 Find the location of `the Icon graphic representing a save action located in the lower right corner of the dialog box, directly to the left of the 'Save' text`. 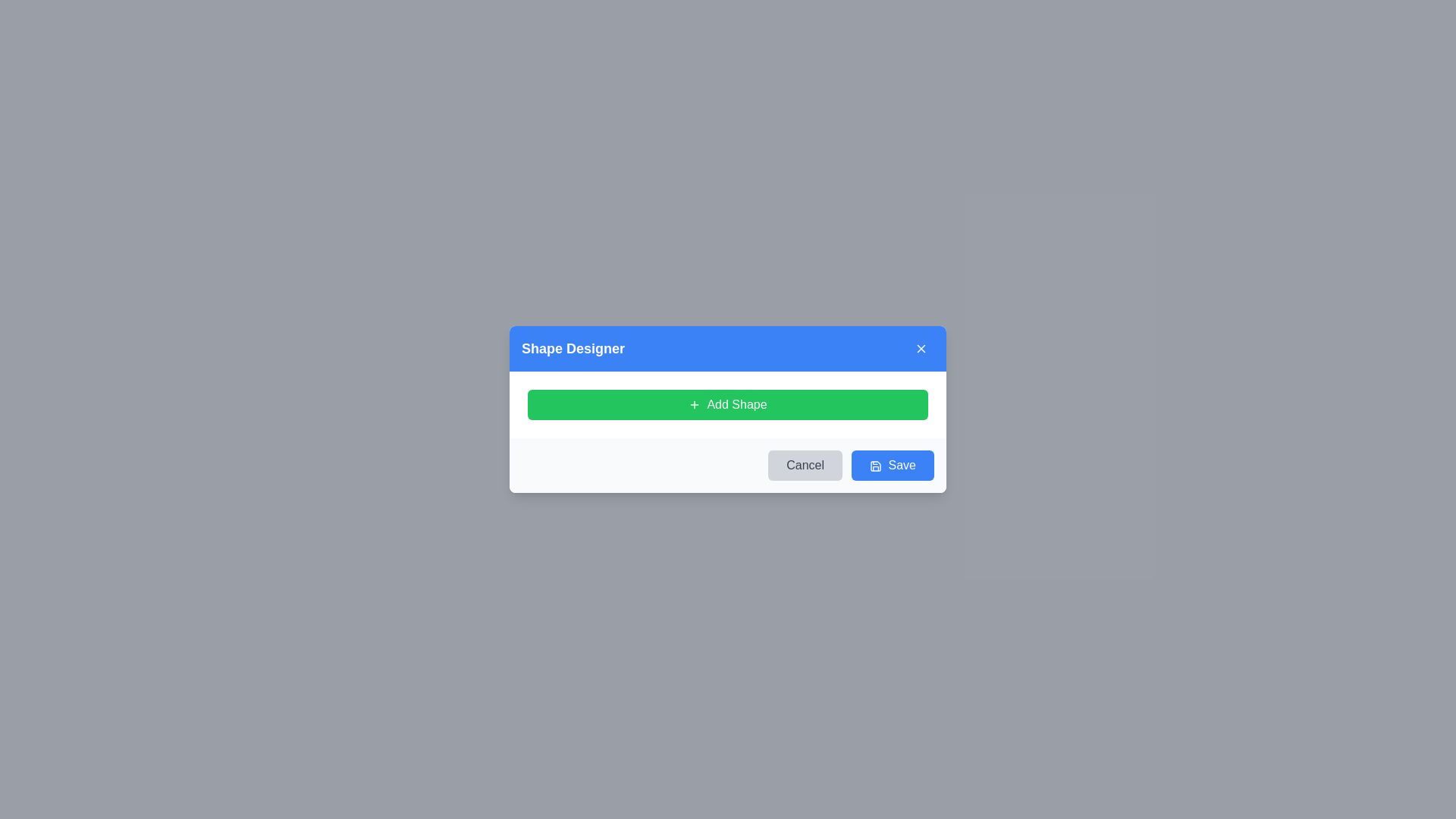

the Icon graphic representing a save action located in the lower right corner of the dialog box, directly to the left of the 'Save' text is located at coordinates (876, 465).